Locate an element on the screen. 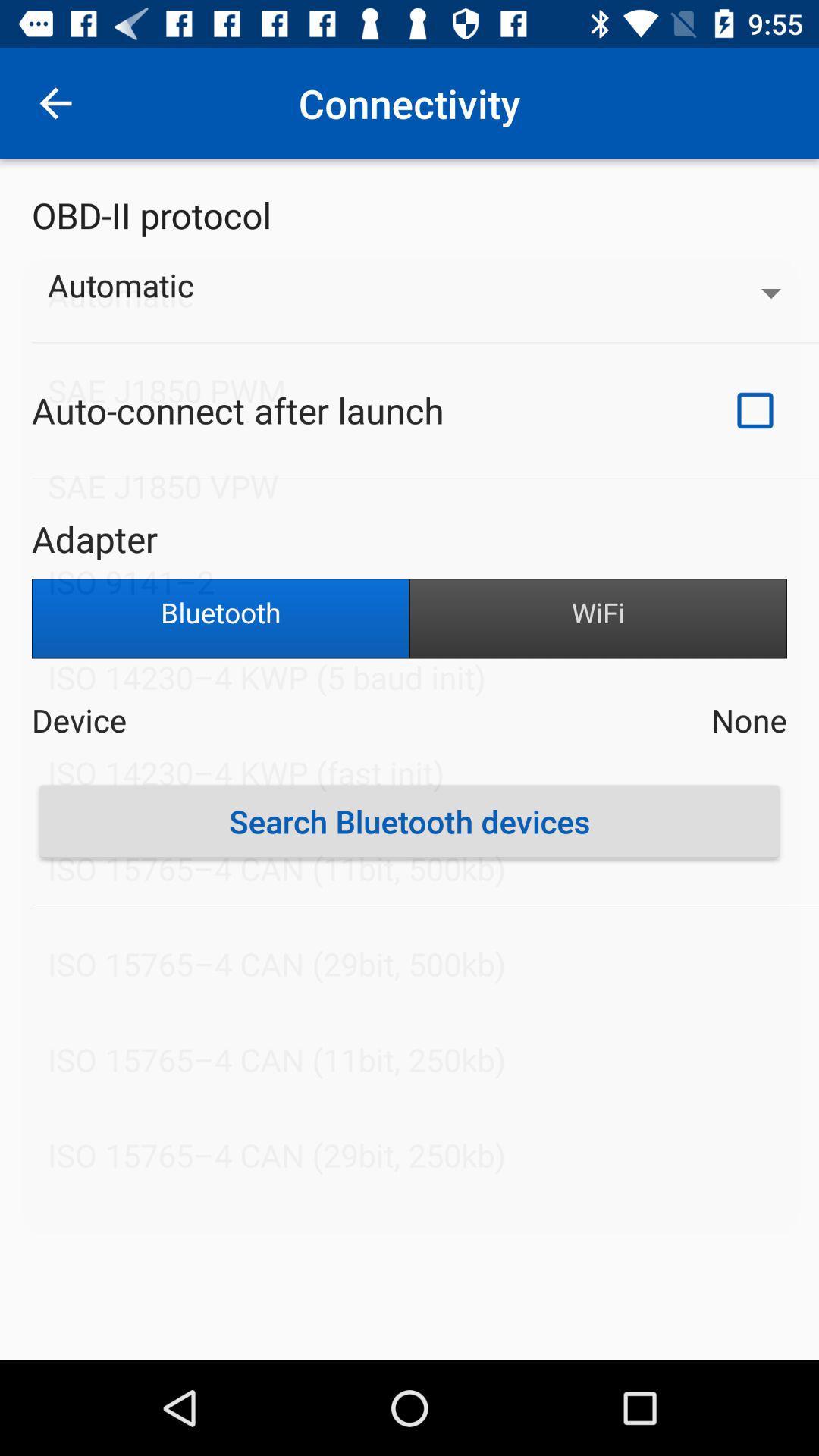  the item next to auto connect after icon is located at coordinates (755, 410).